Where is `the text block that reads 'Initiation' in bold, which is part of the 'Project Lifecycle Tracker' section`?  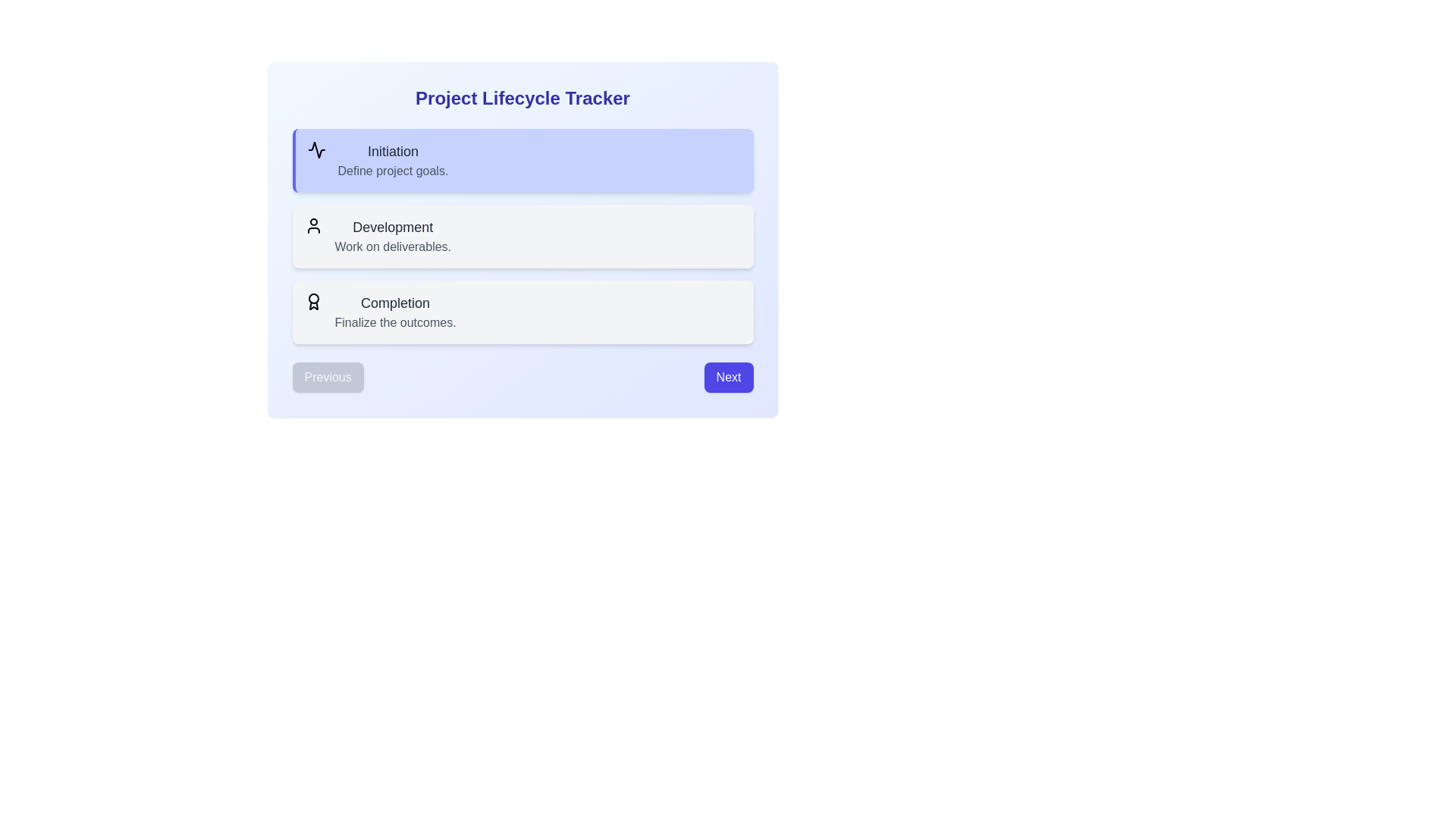
the text block that reads 'Initiation' in bold, which is part of the 'Project Lifecycle Tracker' section is located at coordinates (393, 161).